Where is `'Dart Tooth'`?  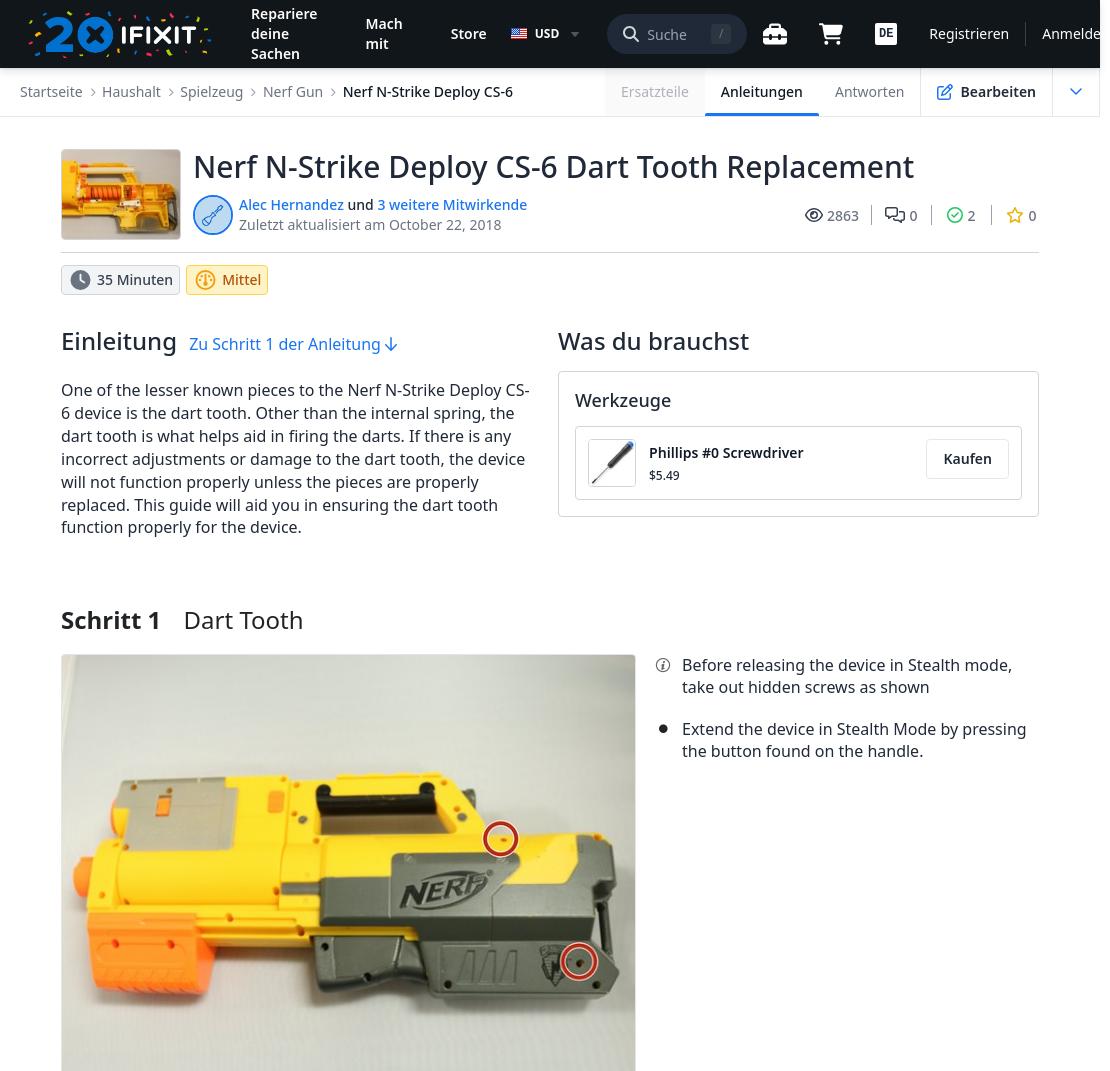
'Dart Tooth' is located at coordinates (242, 618).